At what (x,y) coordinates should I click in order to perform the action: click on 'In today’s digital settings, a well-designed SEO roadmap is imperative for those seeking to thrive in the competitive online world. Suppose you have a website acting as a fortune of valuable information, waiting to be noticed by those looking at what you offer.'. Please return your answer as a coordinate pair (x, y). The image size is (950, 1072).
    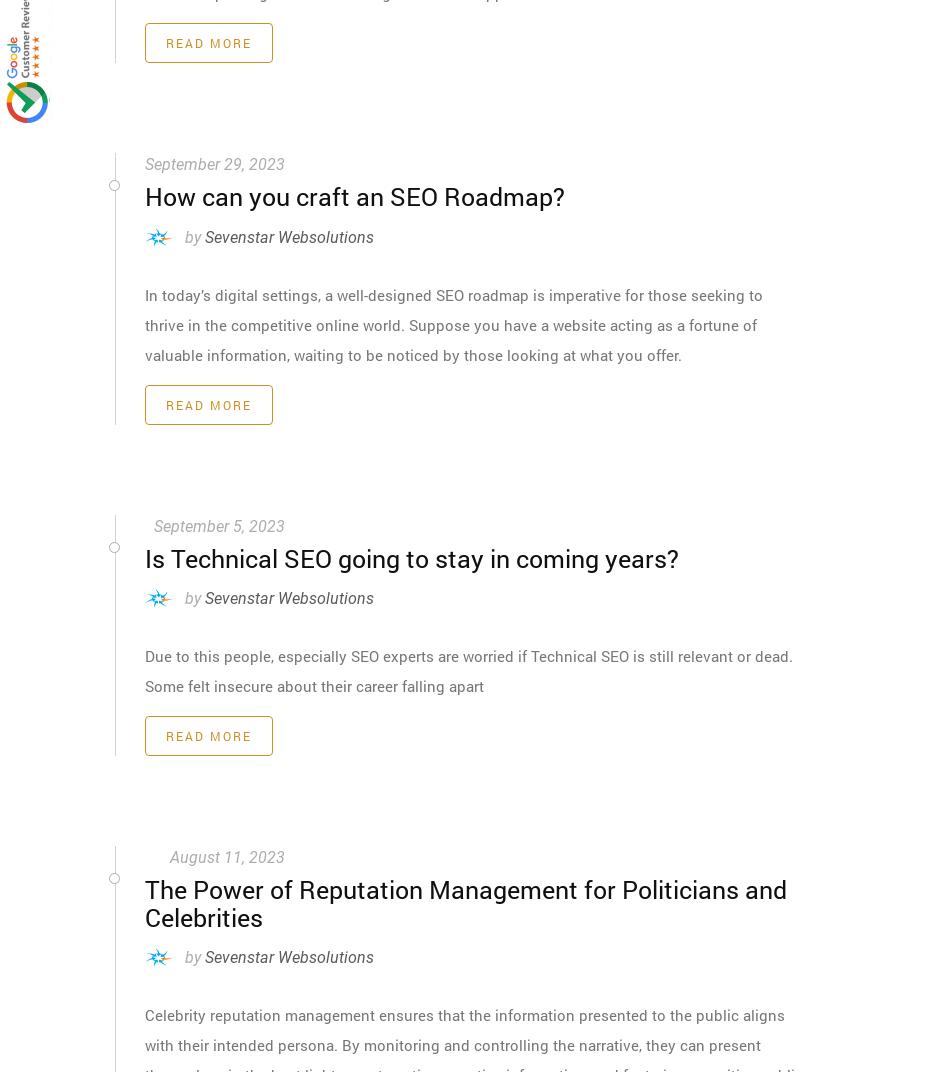
    Looking at the image, I should click on (453, 322).